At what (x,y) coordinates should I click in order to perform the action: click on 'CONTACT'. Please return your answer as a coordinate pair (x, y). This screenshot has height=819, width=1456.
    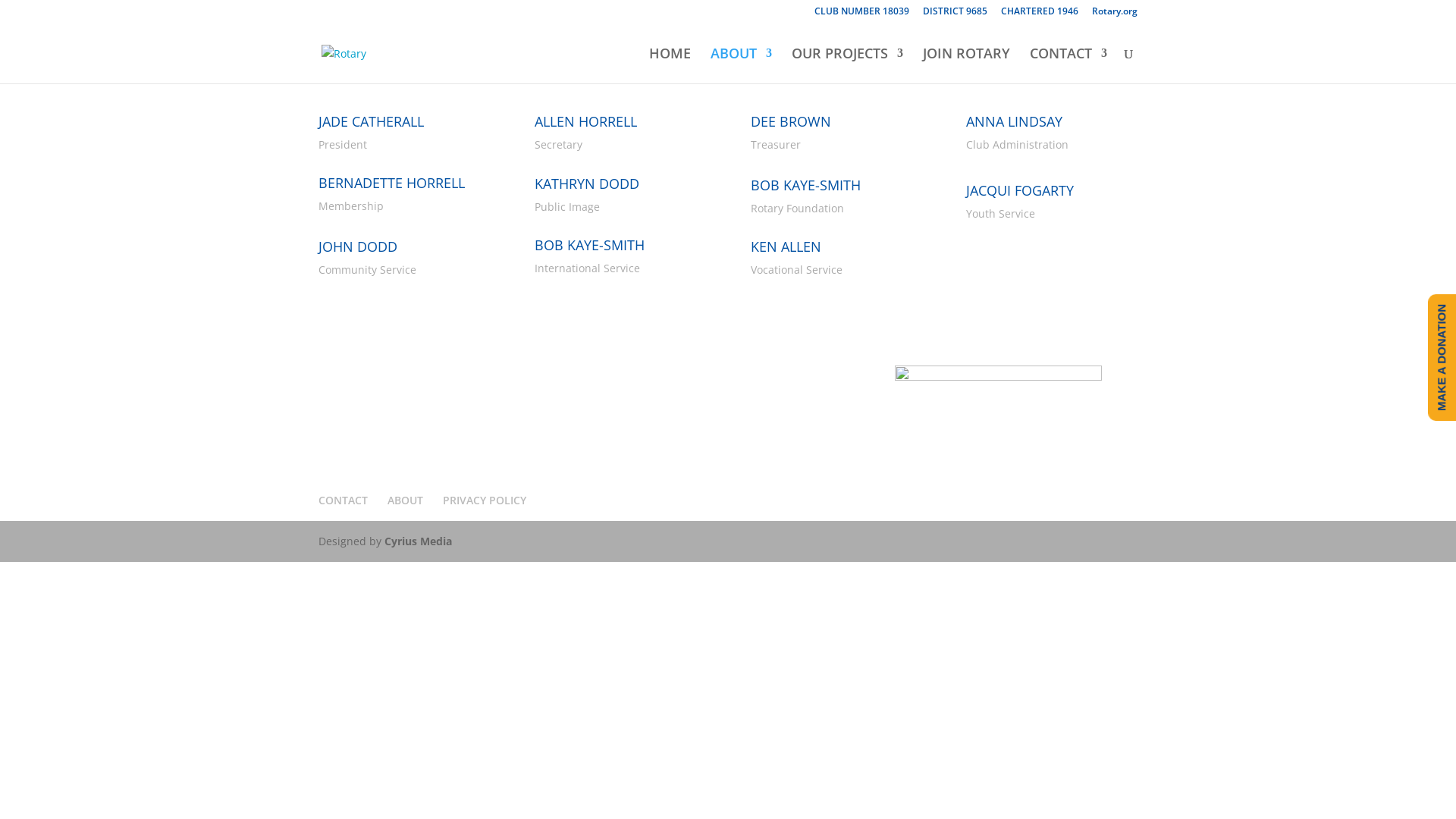
    Looking at the image, I should click on (342, 500).